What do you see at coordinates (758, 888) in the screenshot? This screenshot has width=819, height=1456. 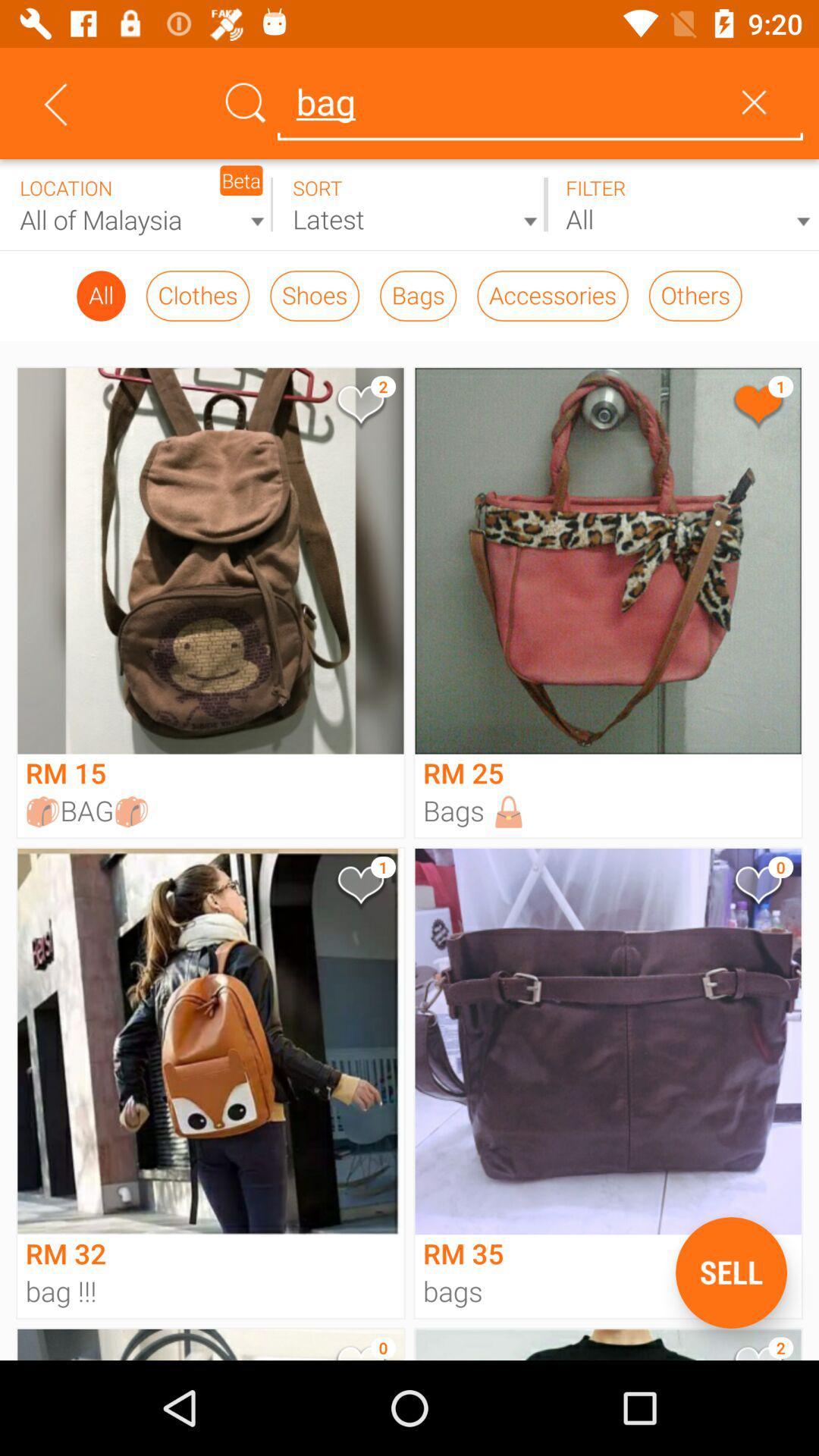 I see `this item` at bounding box center [758, 888].